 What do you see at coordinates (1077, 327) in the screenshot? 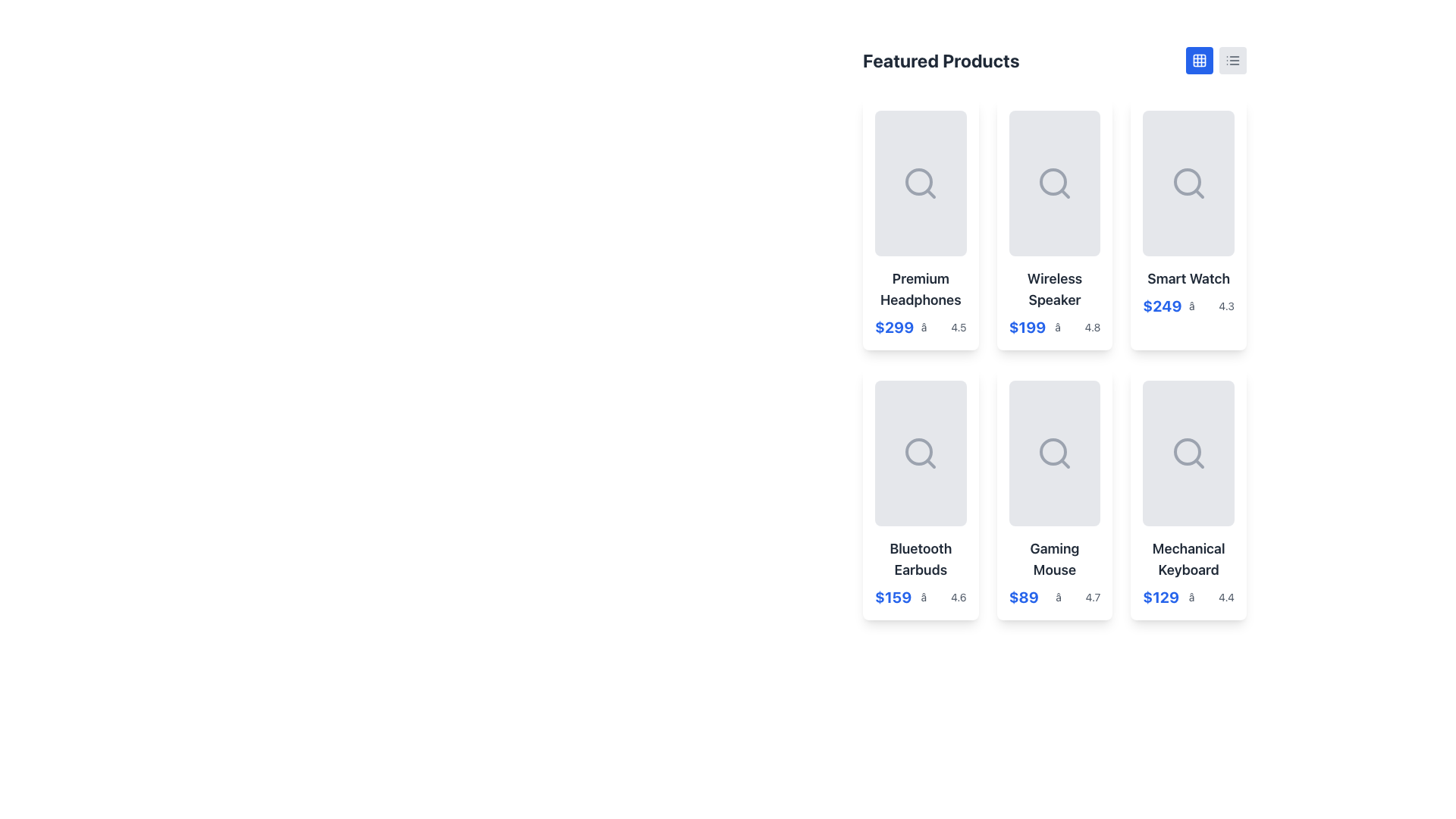
I see `the text label with an icon that conveys the rating information of the 'Wireless Speaker' product, located directly under the price in the second column of the top row of the product grid` at bounding box center [1077, 327].